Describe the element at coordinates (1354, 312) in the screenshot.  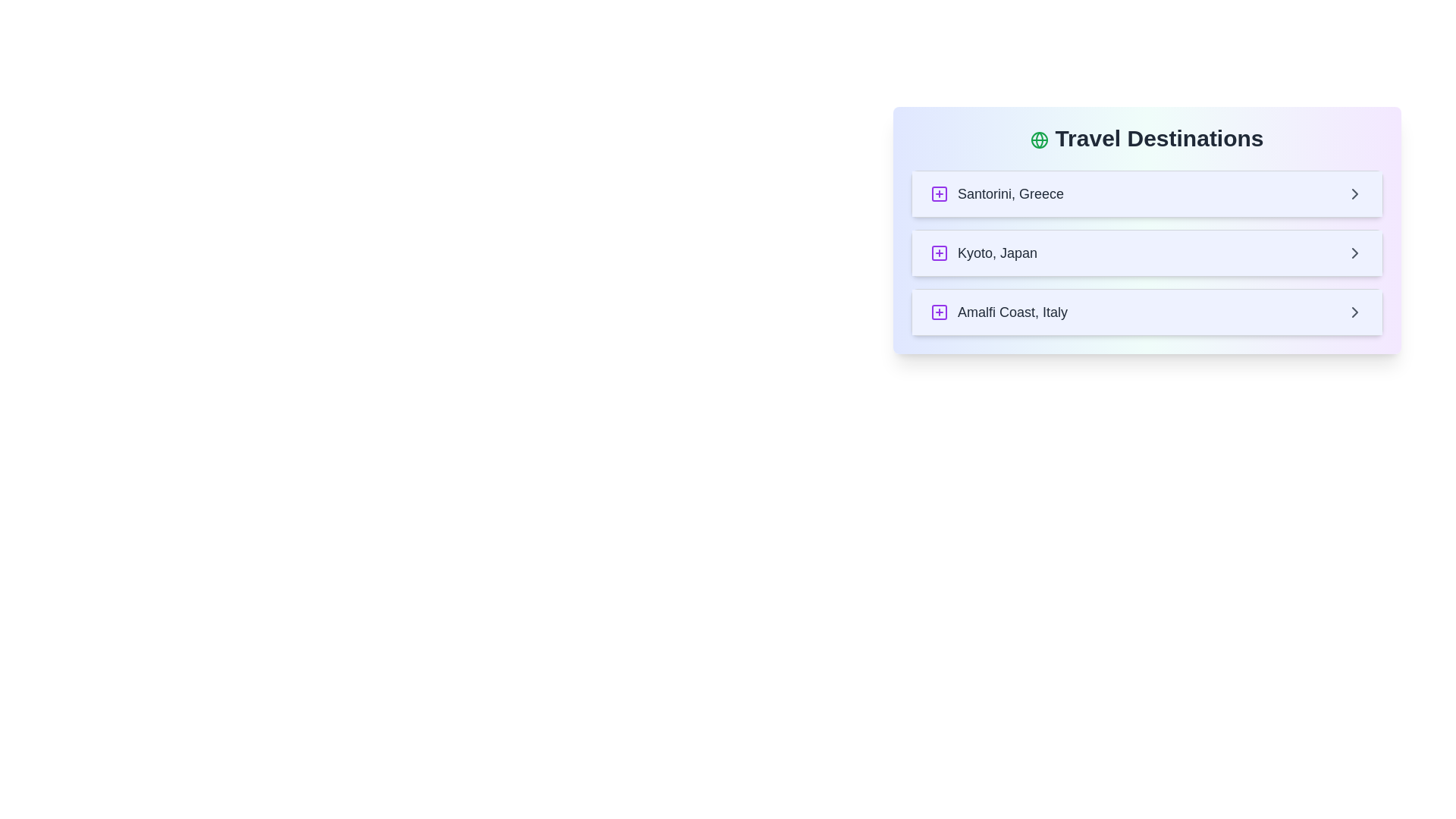
I see `the right-pointing chevron icon for navigation located at the rightmost side of the list item for 'Amalfi Coast, Italy'` at that location.